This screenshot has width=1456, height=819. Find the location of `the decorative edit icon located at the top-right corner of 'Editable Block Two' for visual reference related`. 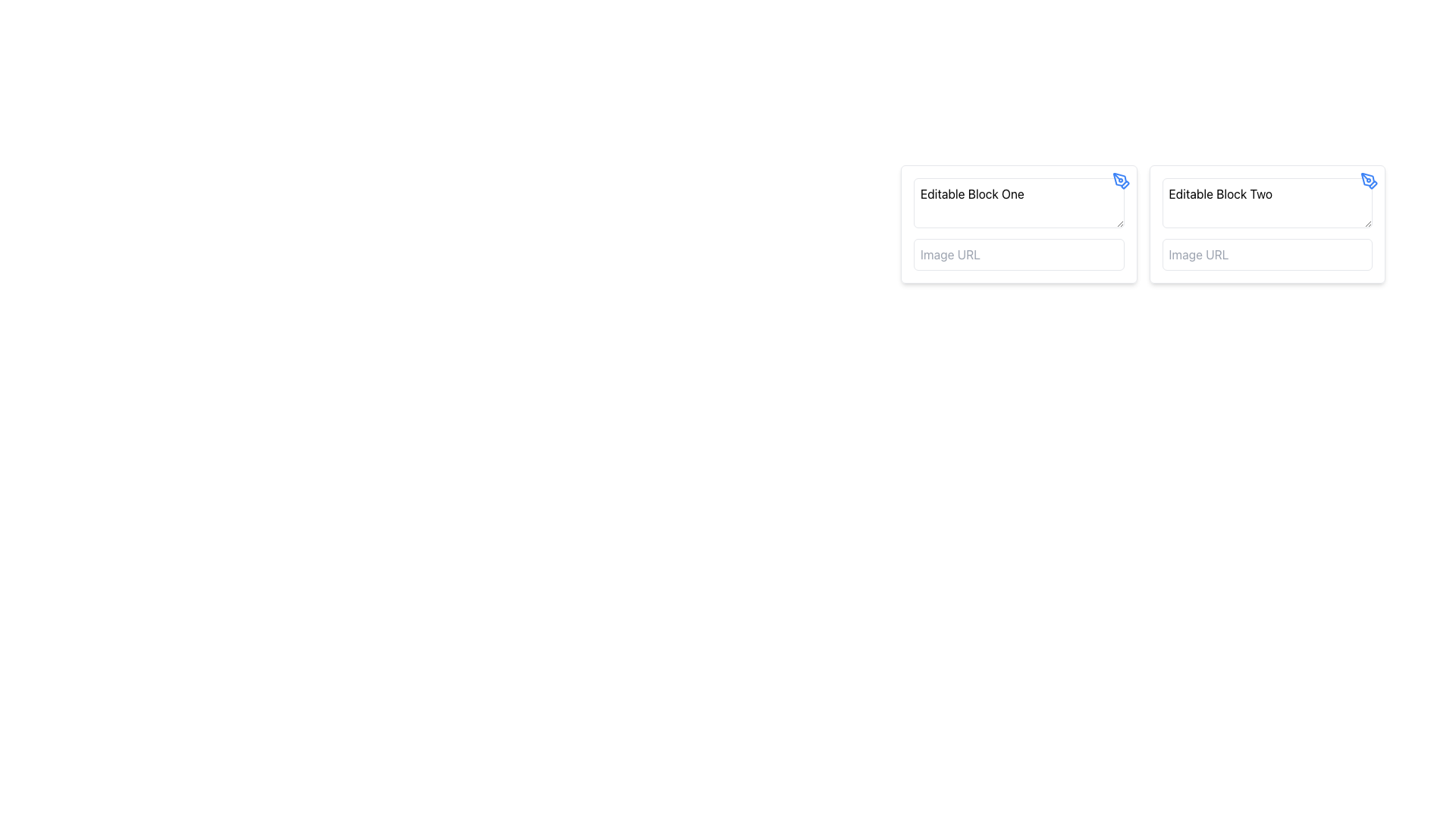

the decorative edit icon located at the top-right corner of 'Editable Block Two' for visual reference related is located at coordinates (1369, 180).